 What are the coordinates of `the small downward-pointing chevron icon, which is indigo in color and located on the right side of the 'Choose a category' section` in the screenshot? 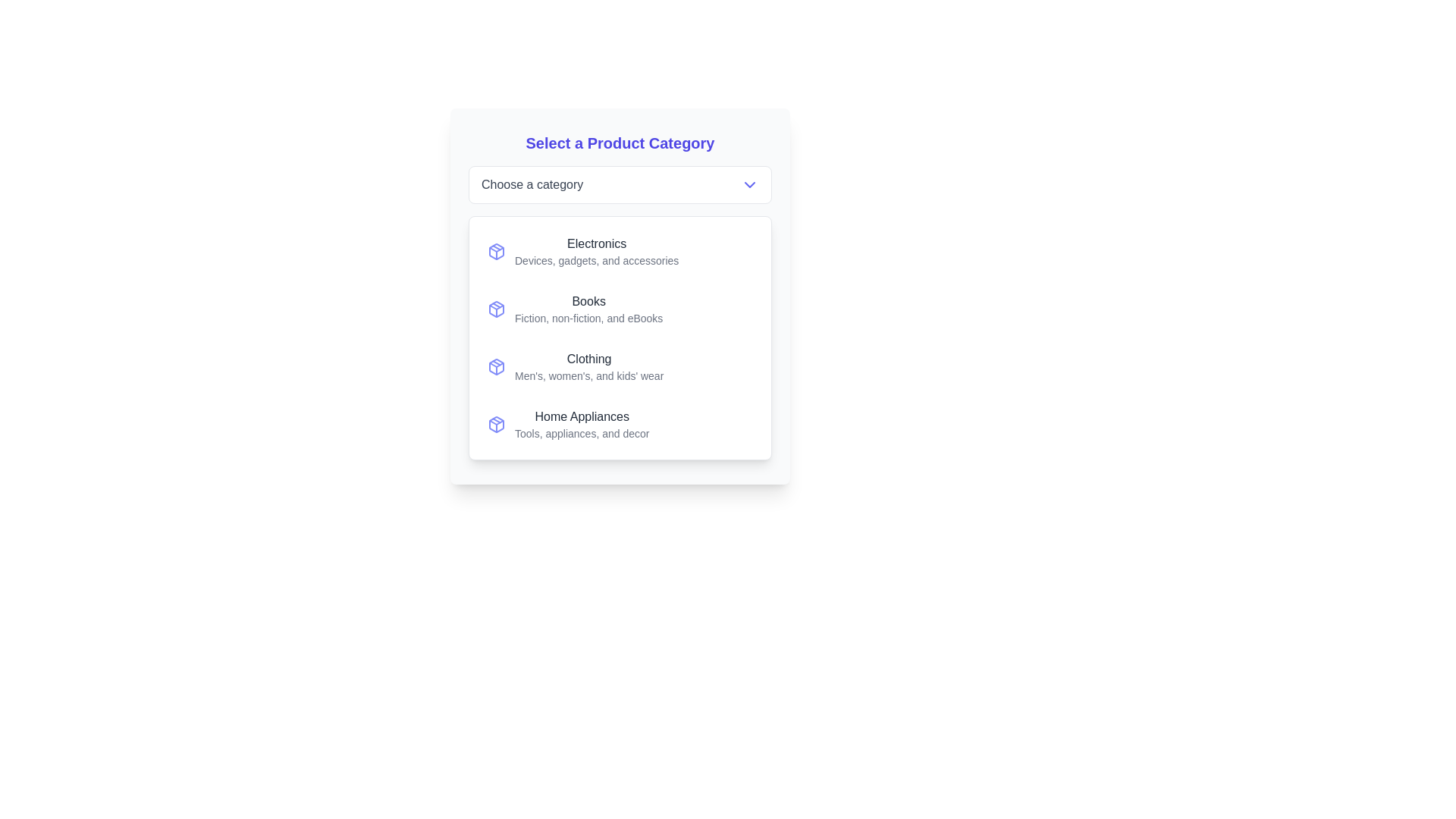 It's located at (749, 184).